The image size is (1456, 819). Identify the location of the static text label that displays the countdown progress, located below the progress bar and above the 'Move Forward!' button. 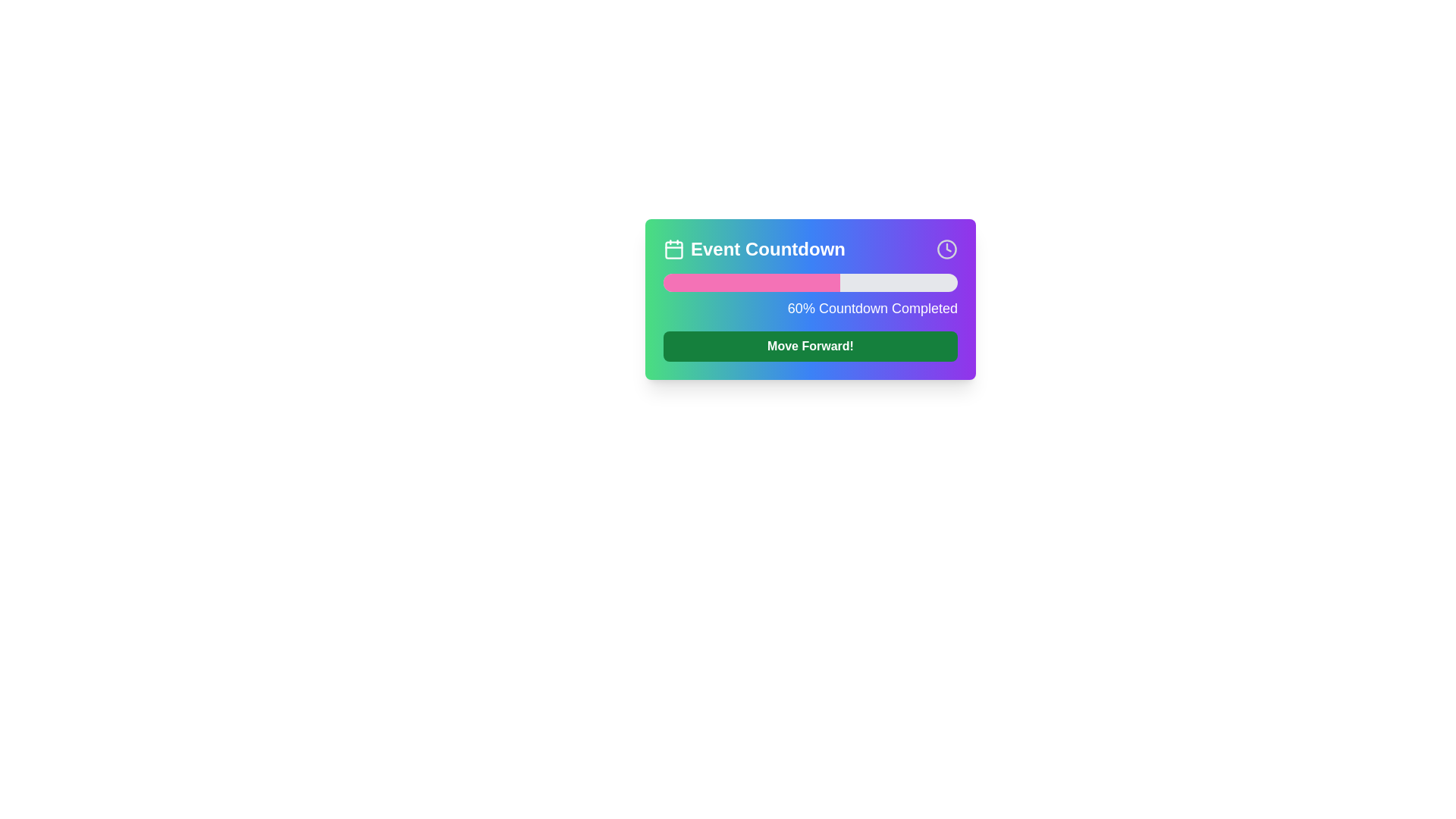
(810, 308).